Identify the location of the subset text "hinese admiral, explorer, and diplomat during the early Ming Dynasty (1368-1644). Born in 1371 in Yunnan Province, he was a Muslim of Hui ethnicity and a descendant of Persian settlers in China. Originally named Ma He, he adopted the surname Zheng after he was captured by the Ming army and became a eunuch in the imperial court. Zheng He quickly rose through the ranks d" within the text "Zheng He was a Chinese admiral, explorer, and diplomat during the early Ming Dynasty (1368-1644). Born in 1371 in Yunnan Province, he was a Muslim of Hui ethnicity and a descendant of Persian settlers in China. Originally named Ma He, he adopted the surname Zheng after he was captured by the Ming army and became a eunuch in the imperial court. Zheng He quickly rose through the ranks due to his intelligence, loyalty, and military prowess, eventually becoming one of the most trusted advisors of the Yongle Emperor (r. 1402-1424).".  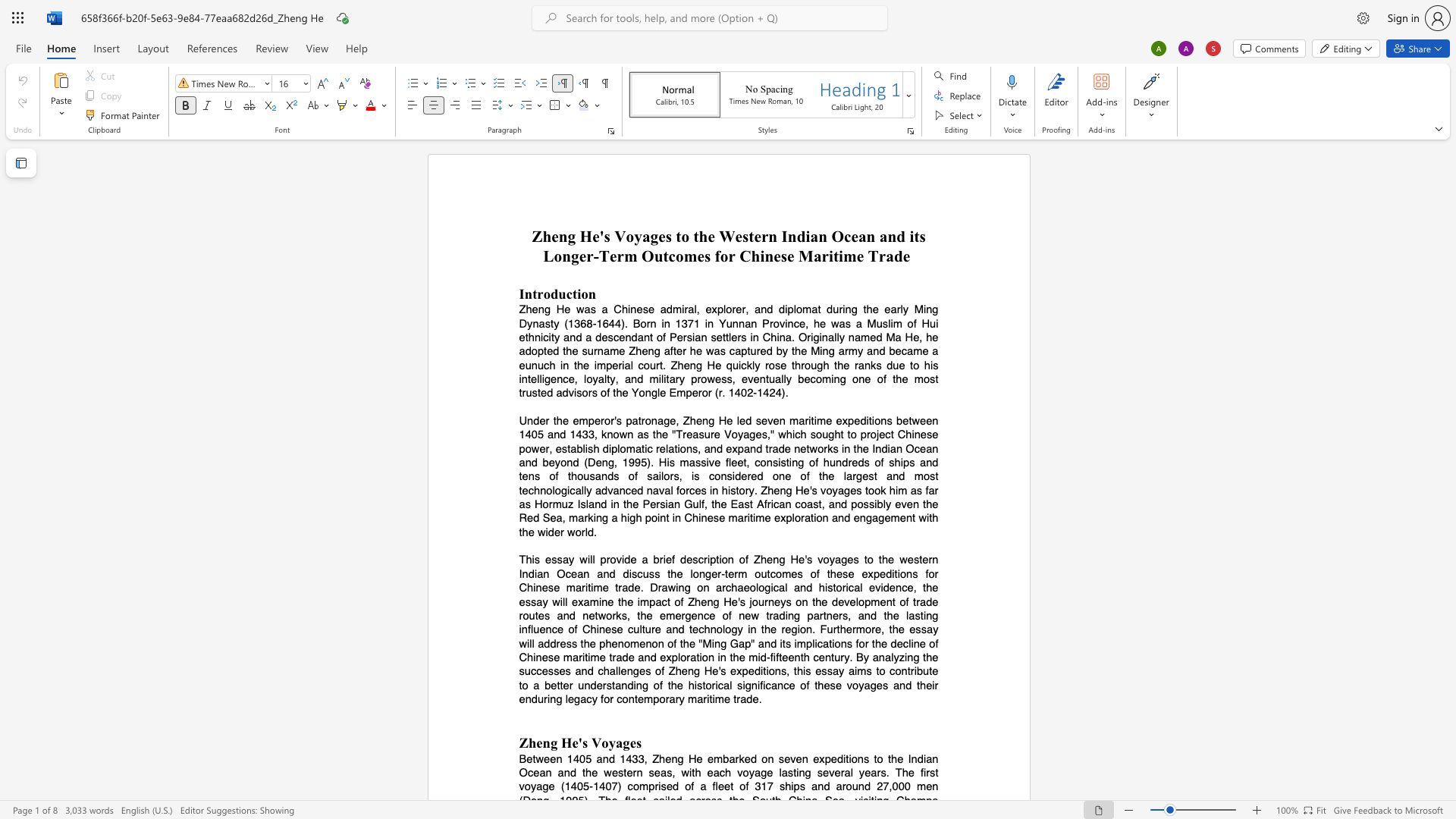
(621, 309).